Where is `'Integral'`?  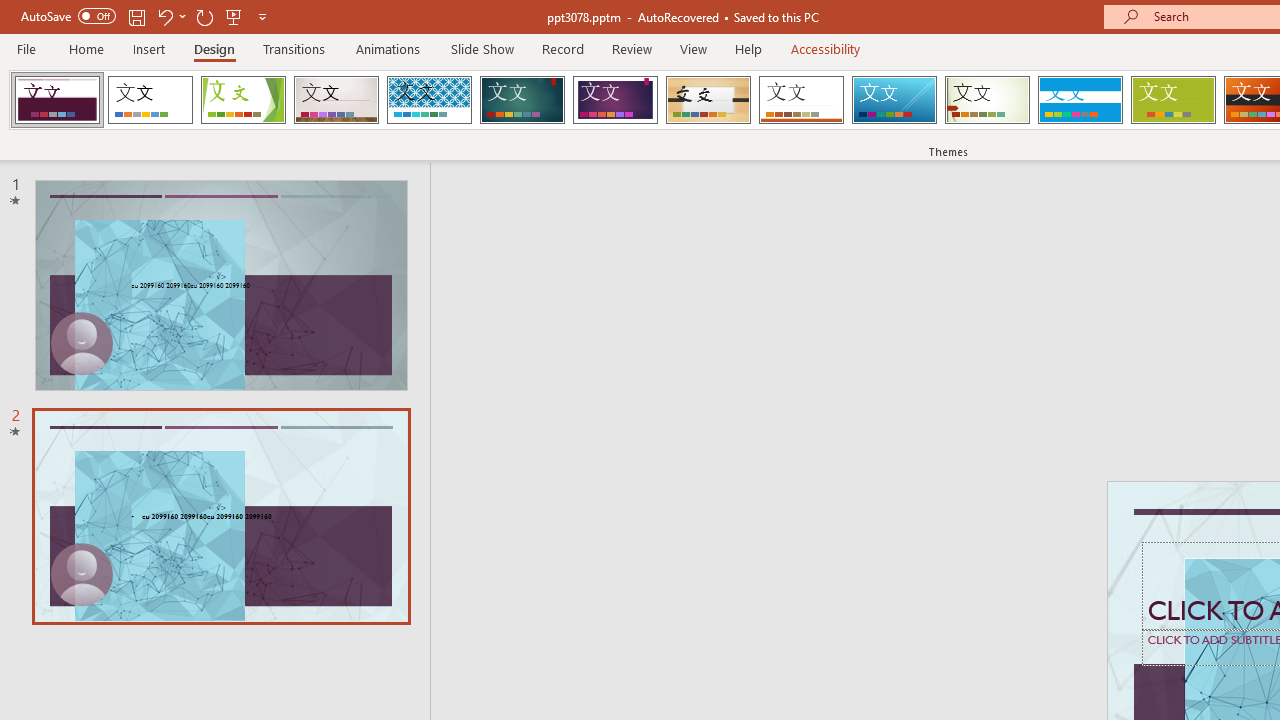 'Integral' is located at coordinates (428, 100).